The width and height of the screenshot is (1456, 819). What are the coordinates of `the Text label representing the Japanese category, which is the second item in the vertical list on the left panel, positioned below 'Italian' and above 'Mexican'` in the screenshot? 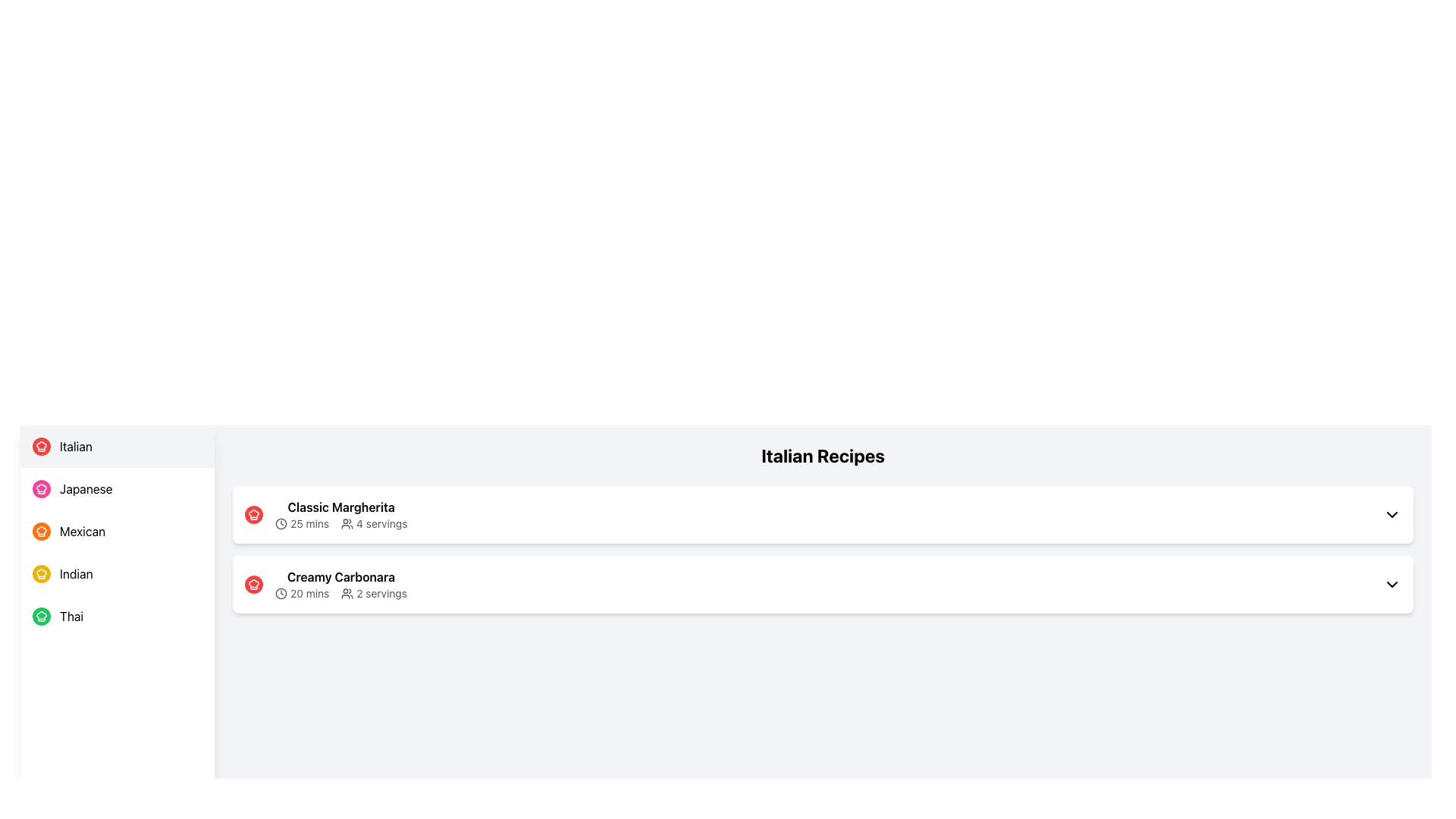 It's located at (85, 488).